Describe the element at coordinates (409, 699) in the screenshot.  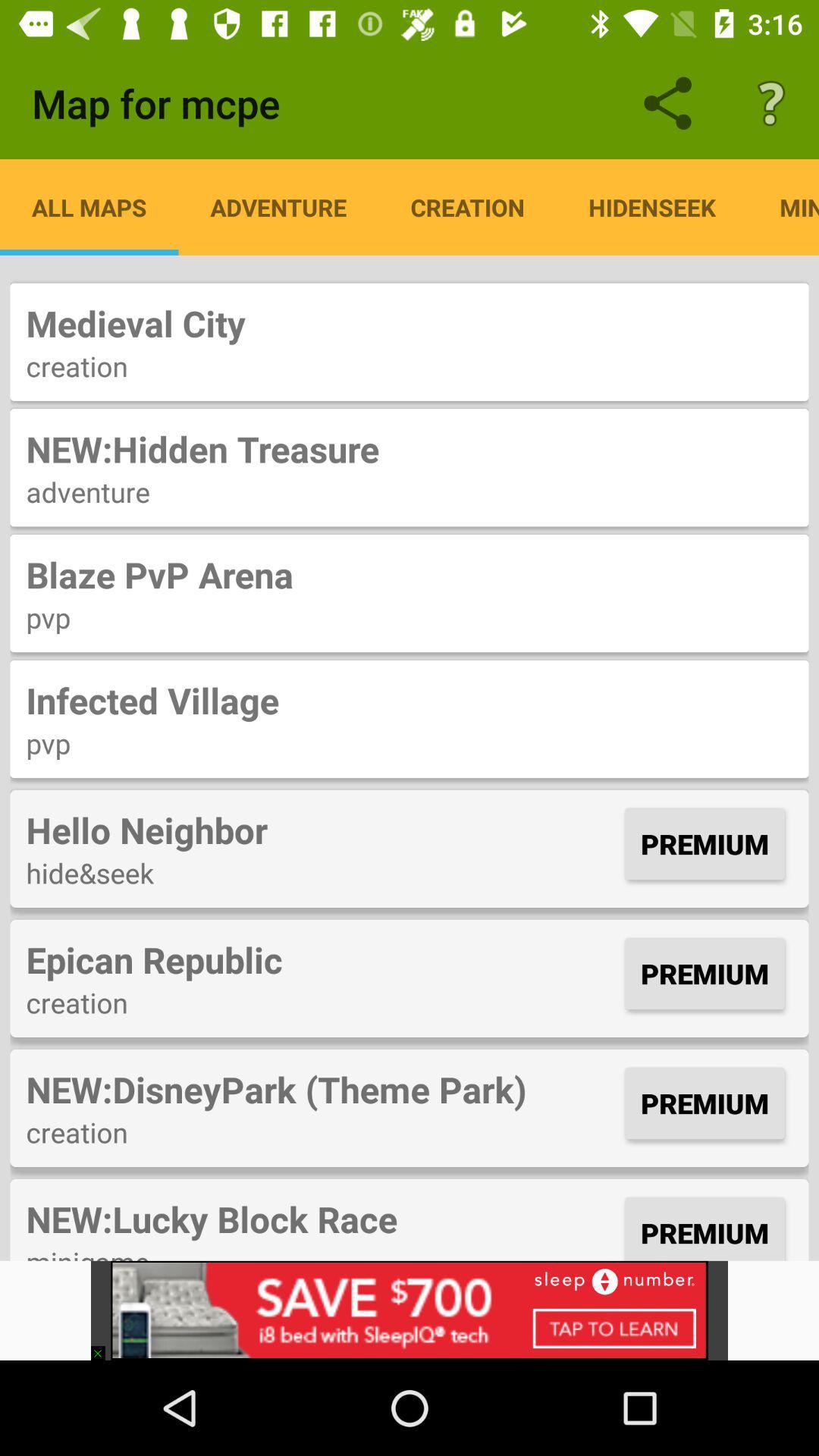
I see `icon above the pvp item` at that location.